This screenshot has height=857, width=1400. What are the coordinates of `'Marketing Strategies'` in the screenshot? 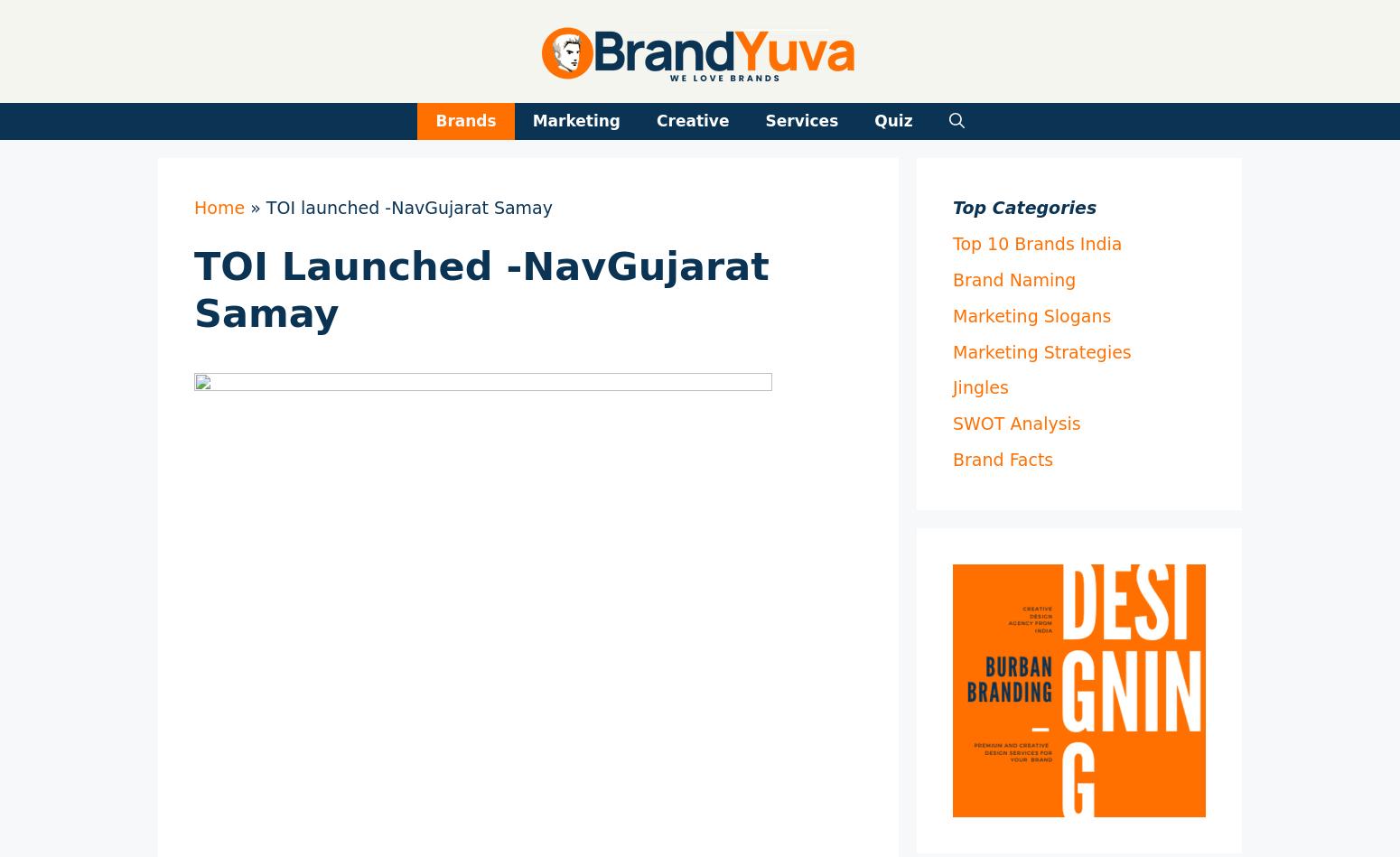 It's located at (1041, 350).